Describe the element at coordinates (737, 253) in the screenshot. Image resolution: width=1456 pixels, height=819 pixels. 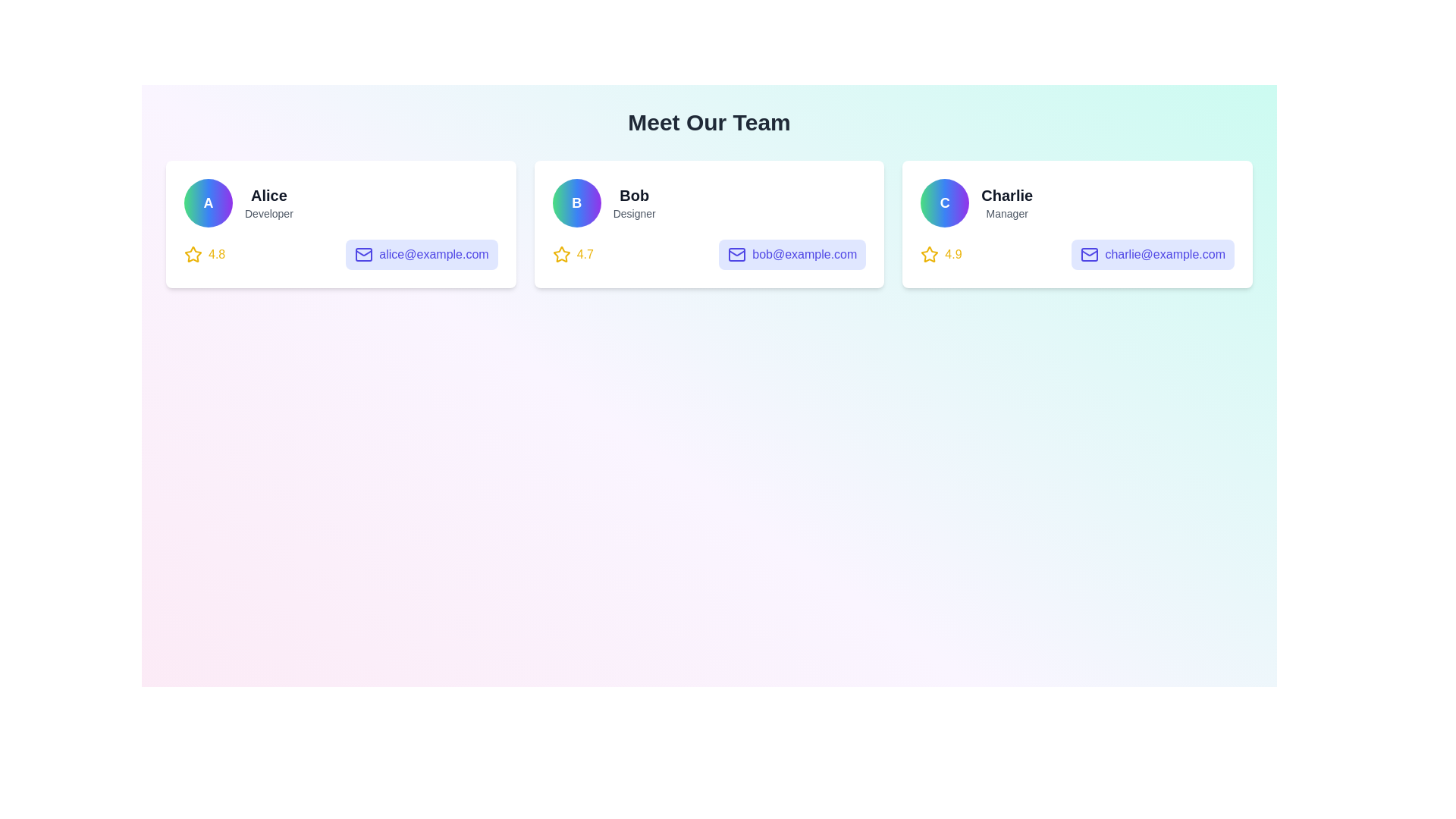
I see `the email icon associated with 'Bob' in the contact details section, which represents the email functionality for 'bob@example.com'` at that location.